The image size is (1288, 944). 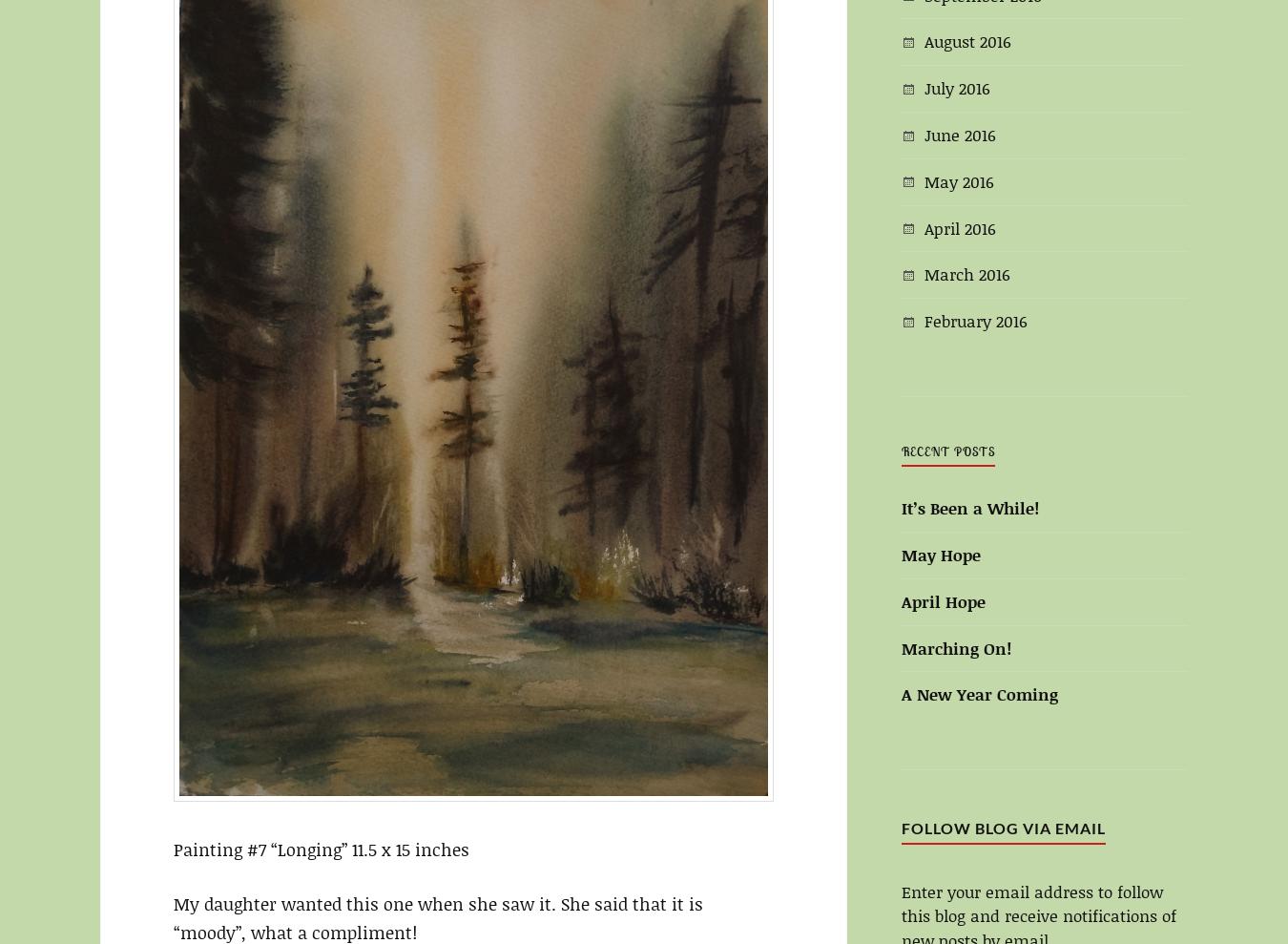 What do you see at coordinates (976, 319) in the screenshot?
I see `'February 2016'` at bounding box center [976, 319].